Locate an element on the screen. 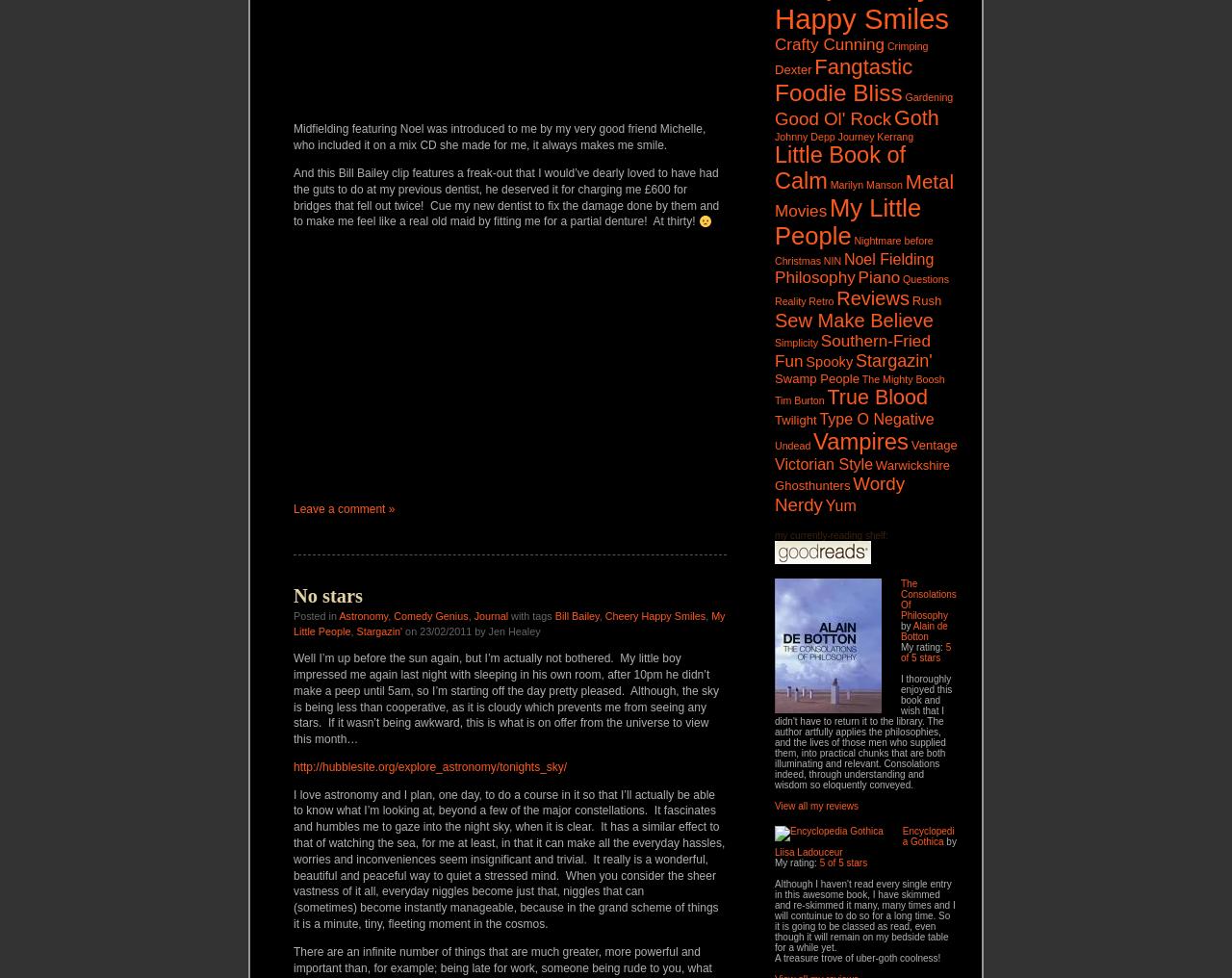 This screenshot has height=978, width=1232. 'Encyclopedia Gothica' is located at coordinates (900, 835).